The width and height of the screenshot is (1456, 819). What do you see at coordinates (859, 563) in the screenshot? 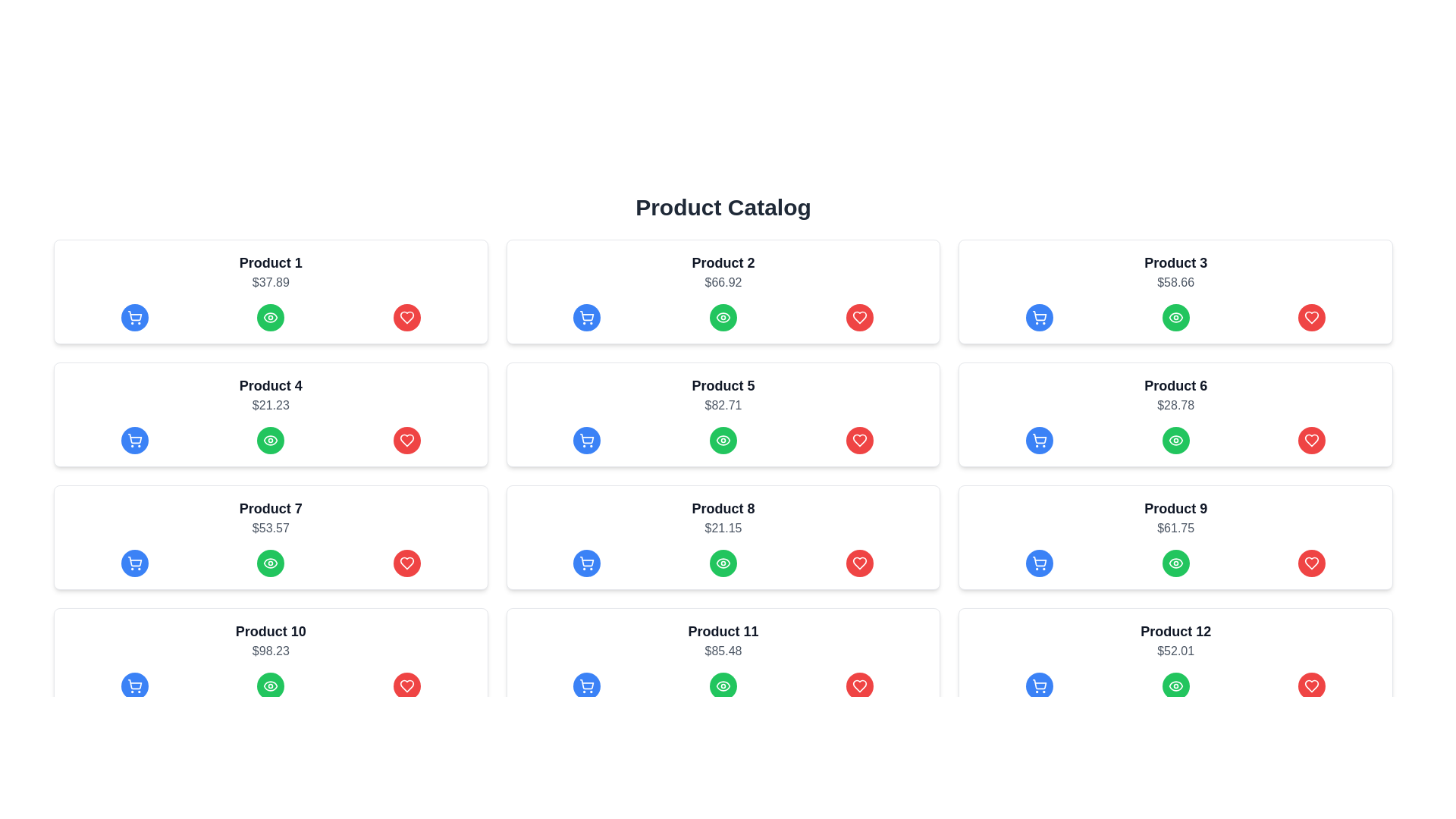
I see `the favorite icon located in the rightmost section of the card for 'Product 8' priced at '$21.15' to mark it as a favorite` at bounding box center [859, 563].